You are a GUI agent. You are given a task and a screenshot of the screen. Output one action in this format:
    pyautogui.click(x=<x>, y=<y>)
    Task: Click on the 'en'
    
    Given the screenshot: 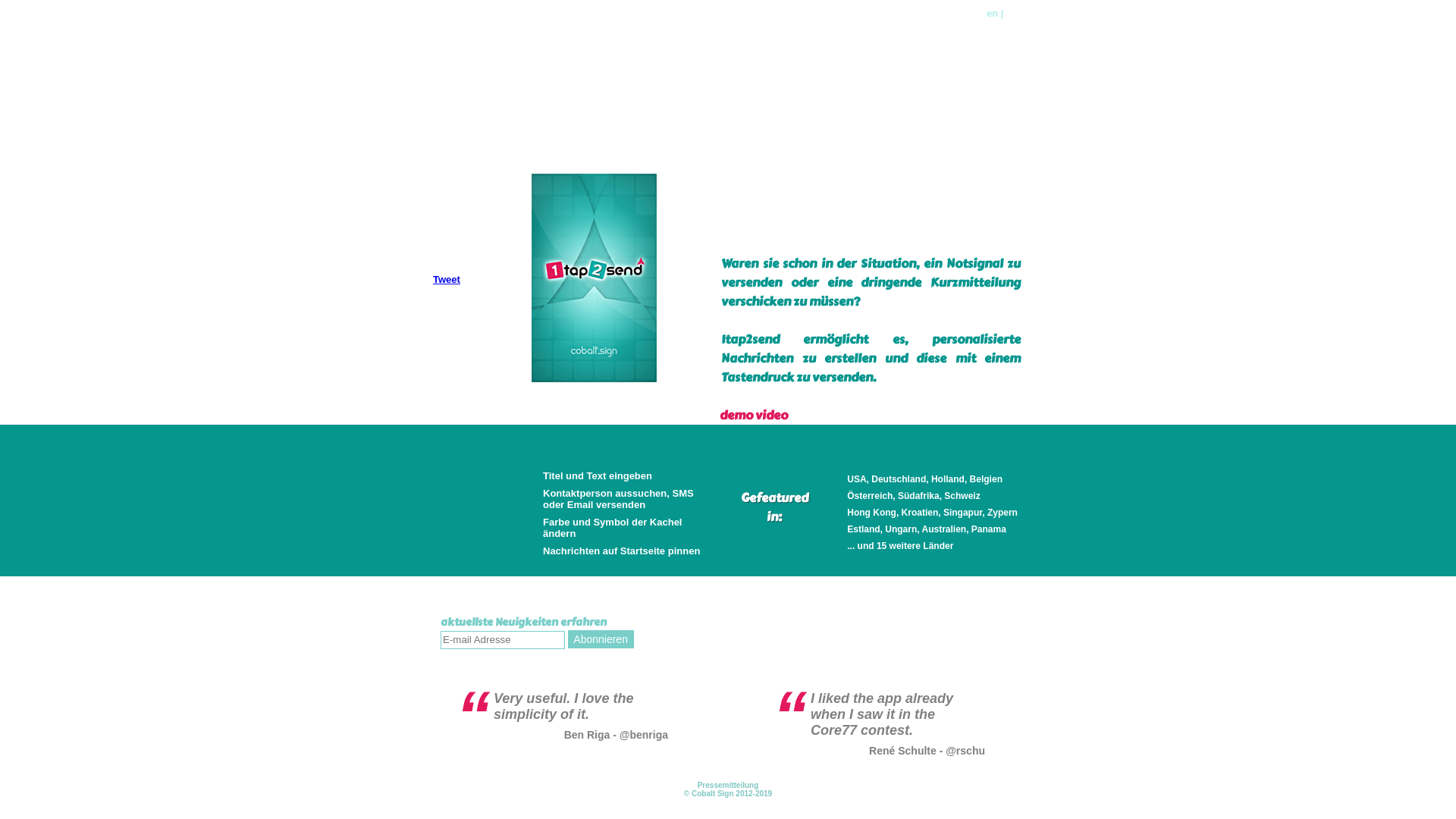 What is the action you would take?
    pyautogui.click(x=992, y=13)
    